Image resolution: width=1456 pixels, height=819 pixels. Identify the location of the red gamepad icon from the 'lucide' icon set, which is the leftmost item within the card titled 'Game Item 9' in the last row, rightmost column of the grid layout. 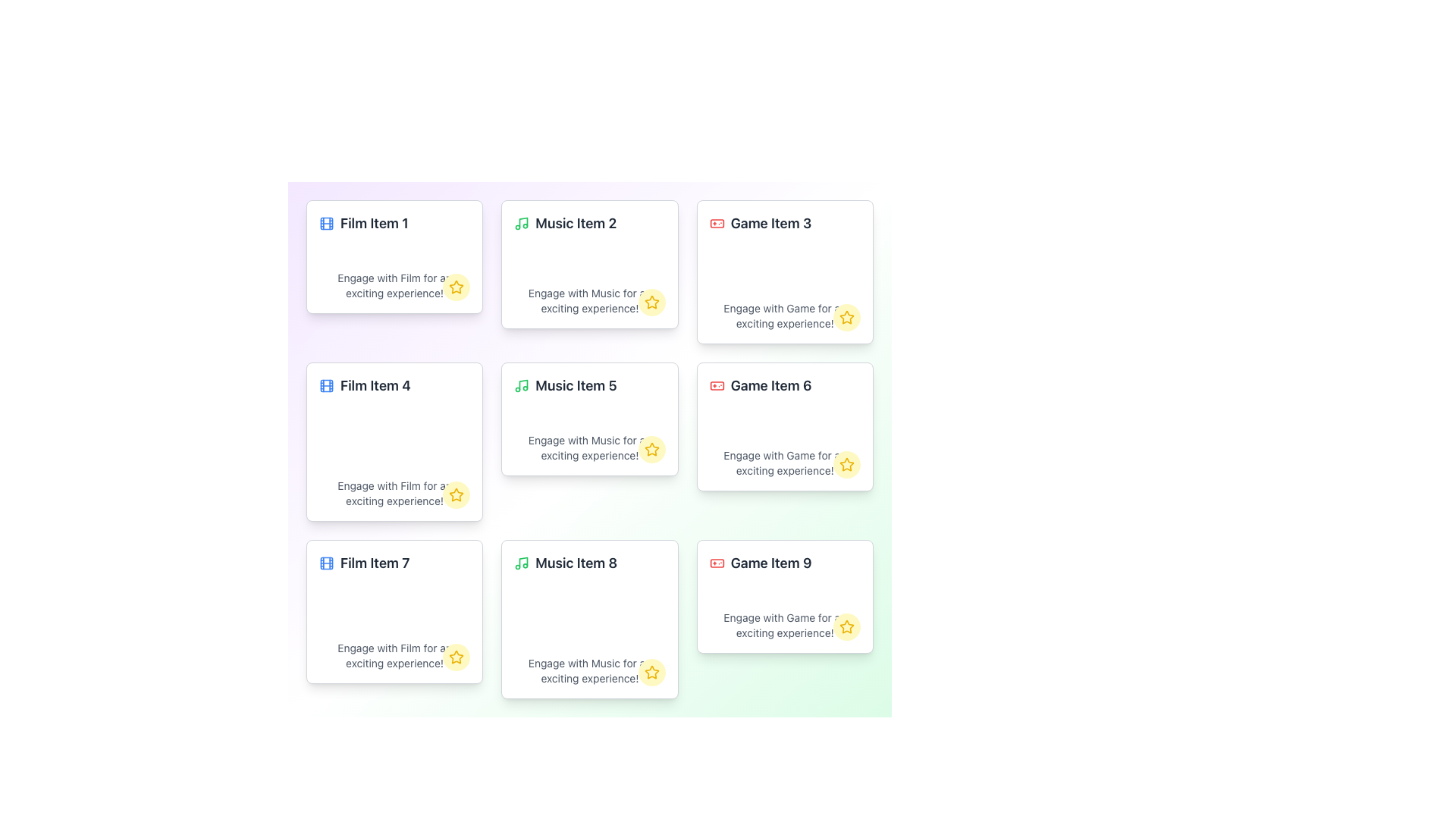
(716, 563).